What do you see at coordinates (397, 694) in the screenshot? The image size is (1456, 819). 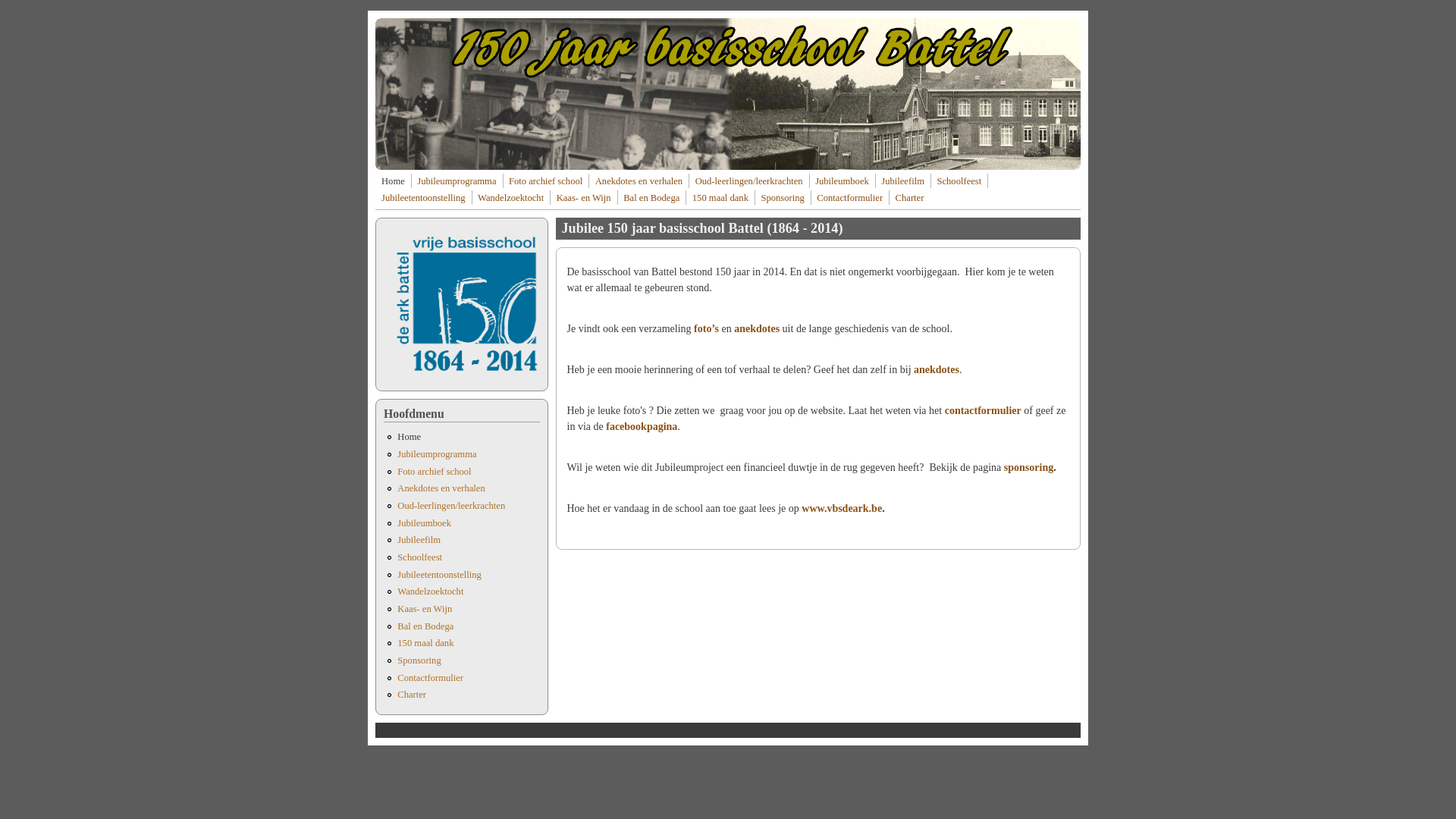 I see `'Charter'` at bounding box center [397, 694].